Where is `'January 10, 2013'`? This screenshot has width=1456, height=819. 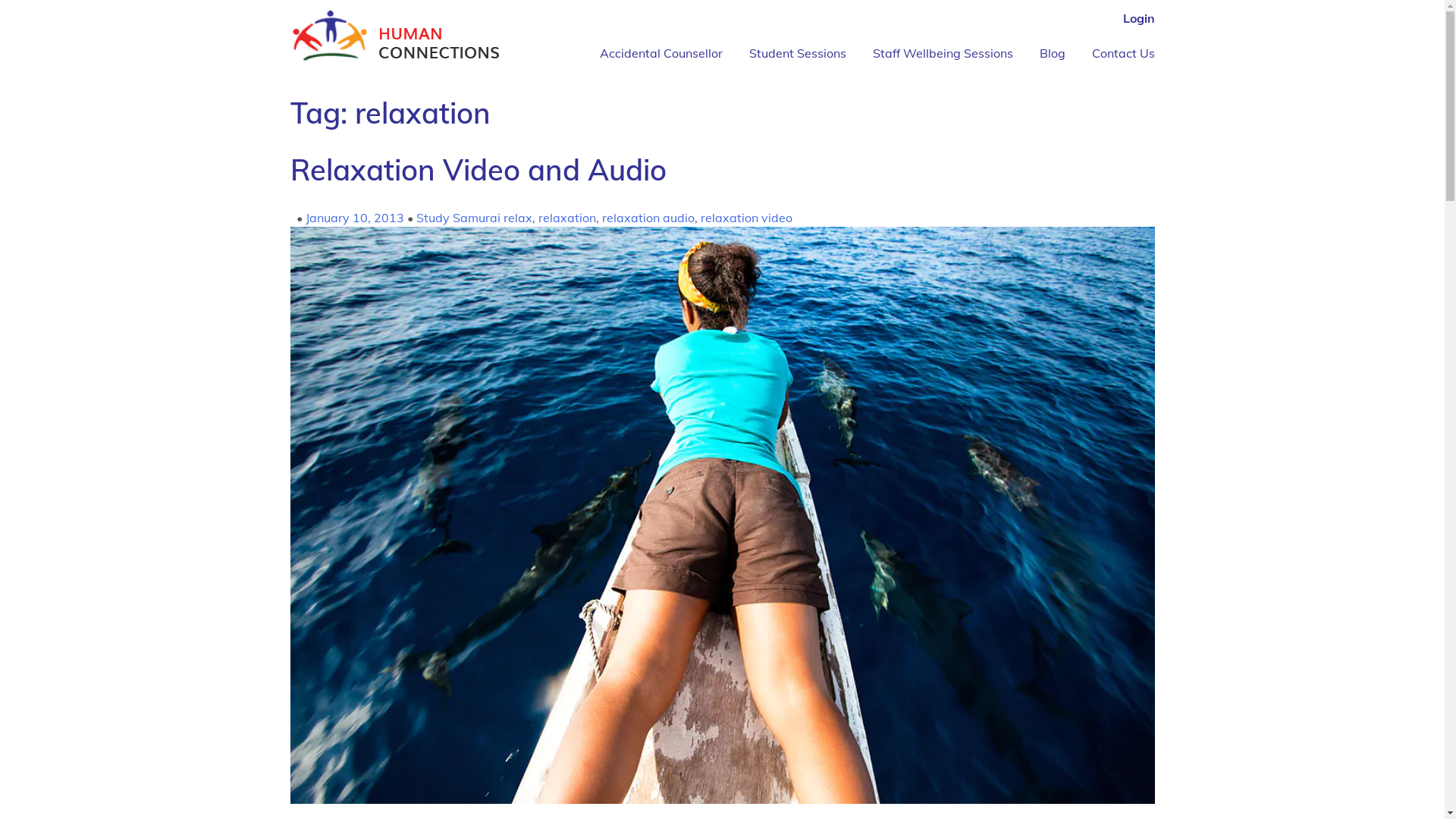 'January 10, 2013' is located at coordinates (353, 217).